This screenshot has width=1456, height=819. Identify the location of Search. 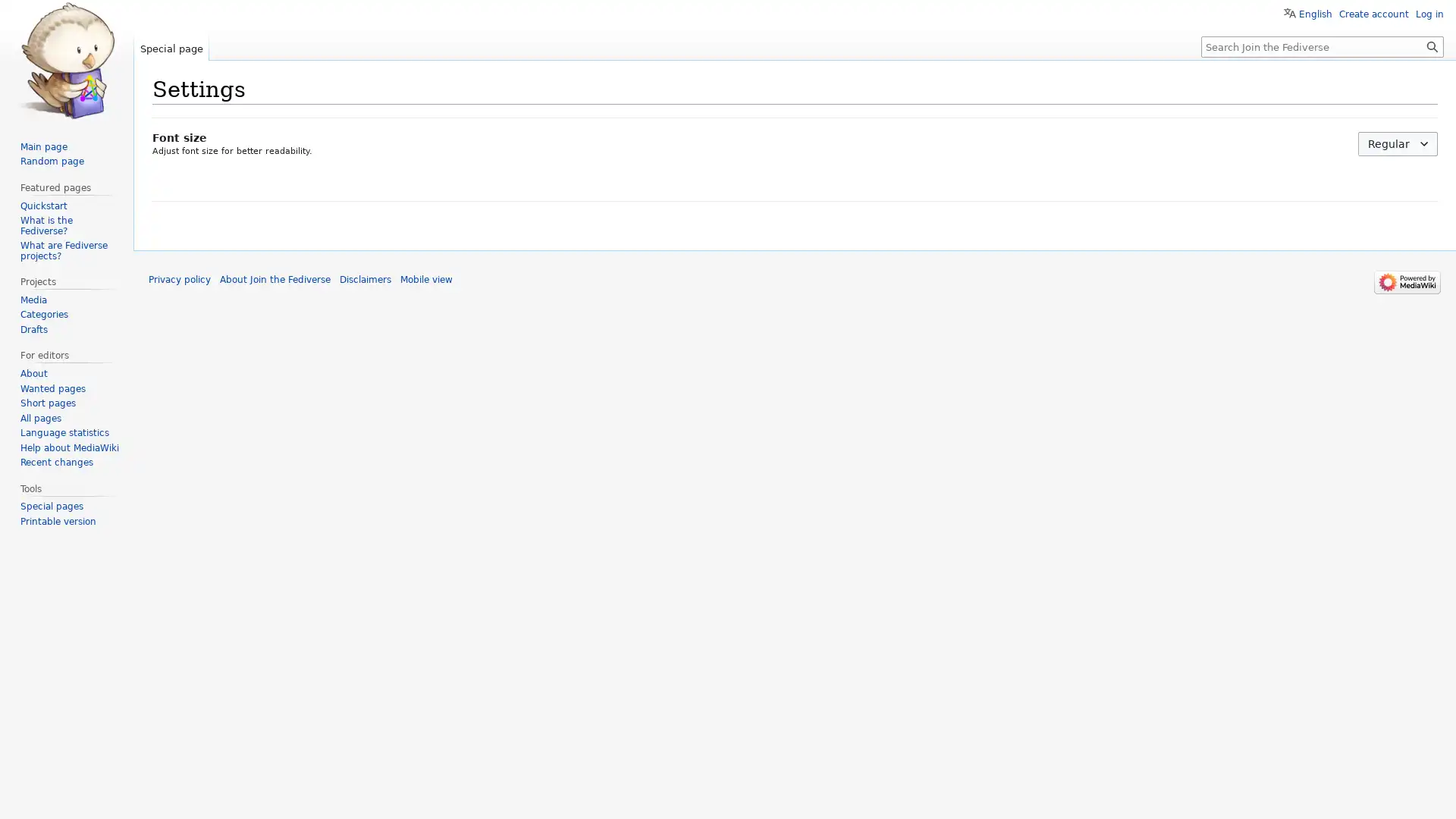
(1432, 45).